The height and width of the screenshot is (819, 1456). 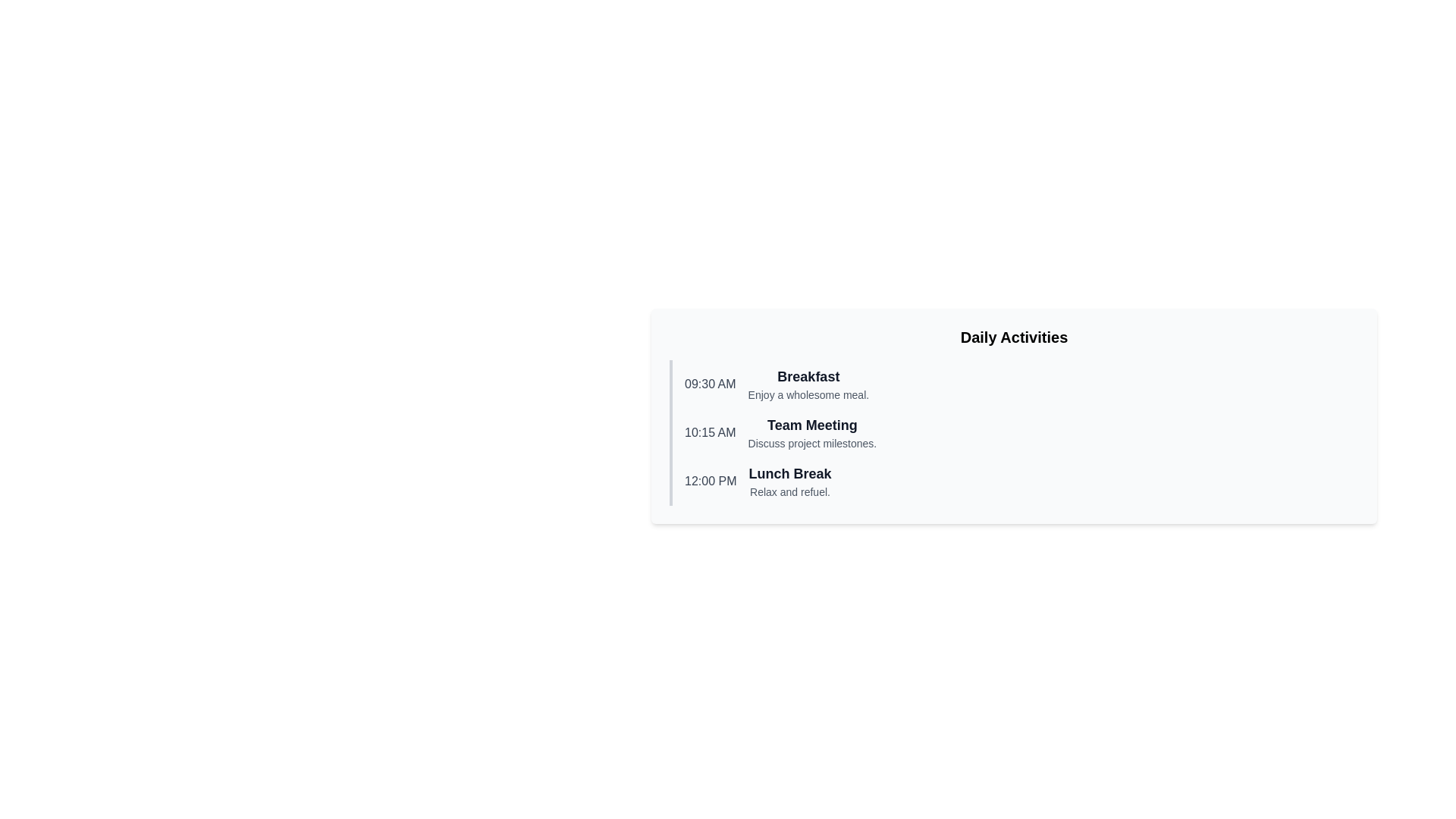 What do you see at coordinates (811, 432) in the screenshot?
I see `the Text Block that provides information about an event, located beneath the '10:15 AM' timestamp and above the subsequent content in the schedule` at bounding box center [811, 432].